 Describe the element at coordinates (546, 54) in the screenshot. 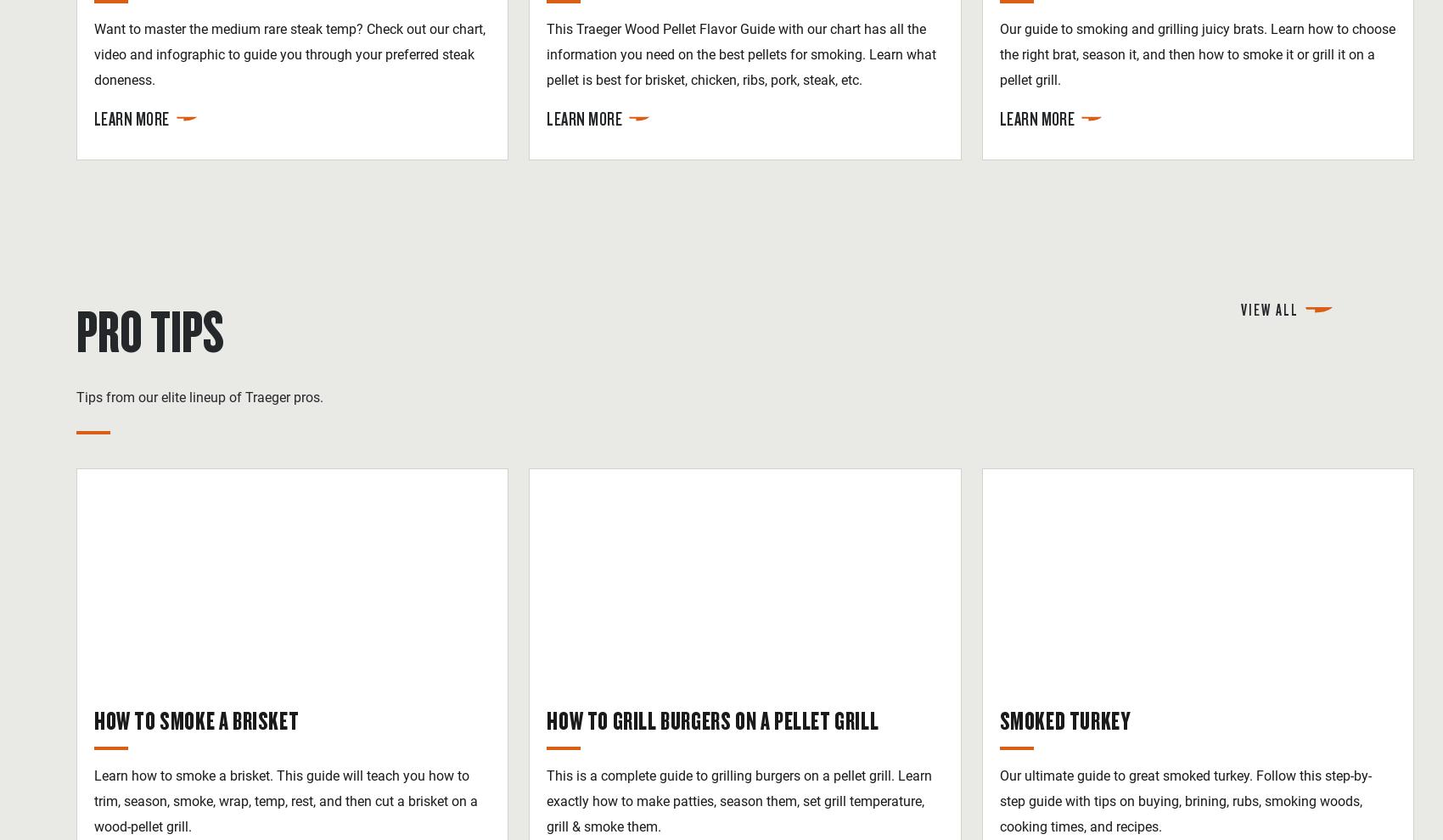

I see `'This Traeger Wood Pellet Flavor Guide with our chart has all the information you need on the best pellets for smoking. Learn what pellet is best for brisket, chicken, ribs, pork, steak, etc.'` at that location.